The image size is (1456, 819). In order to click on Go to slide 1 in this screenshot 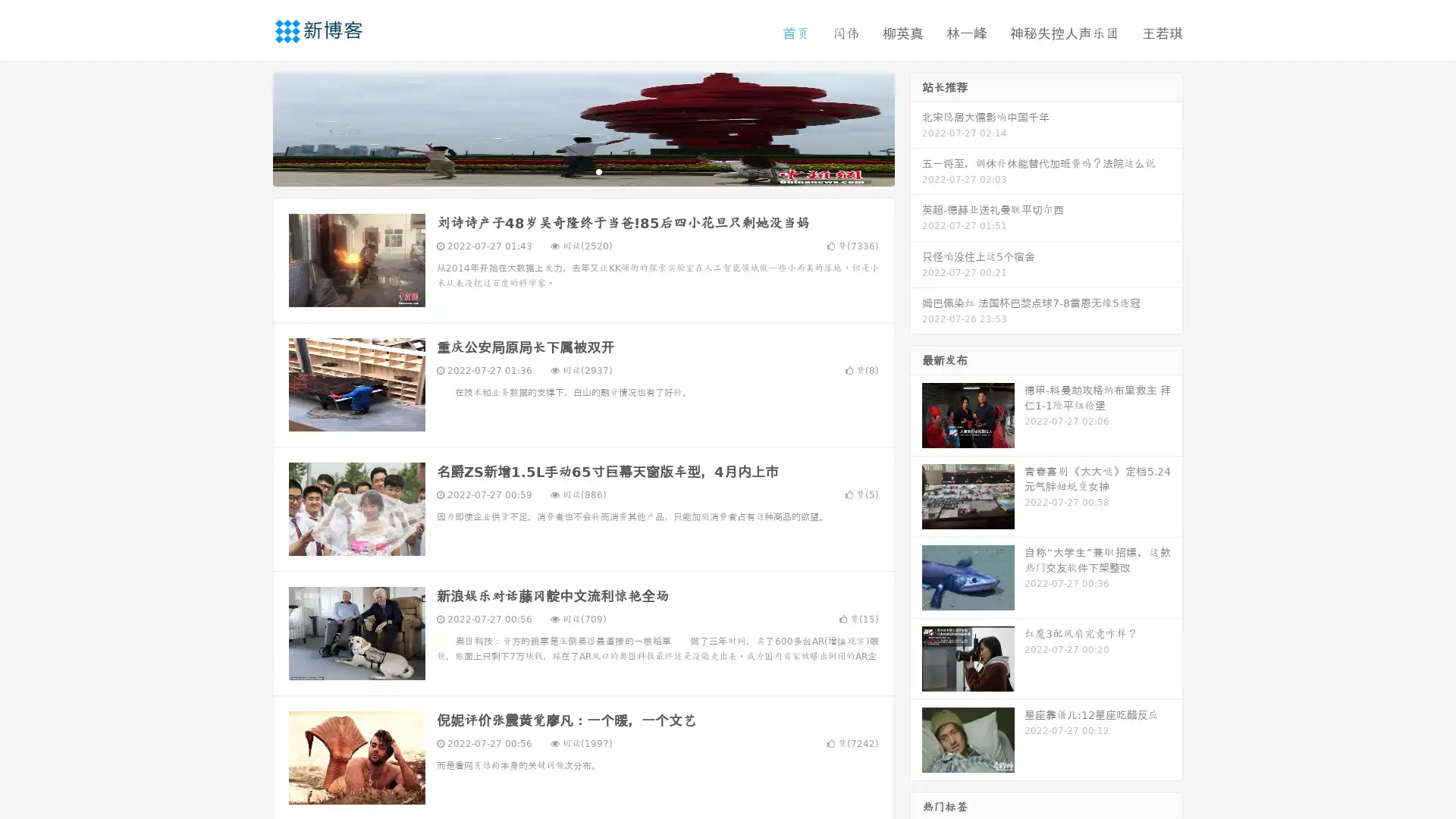, I will do `click(567, 171)`.